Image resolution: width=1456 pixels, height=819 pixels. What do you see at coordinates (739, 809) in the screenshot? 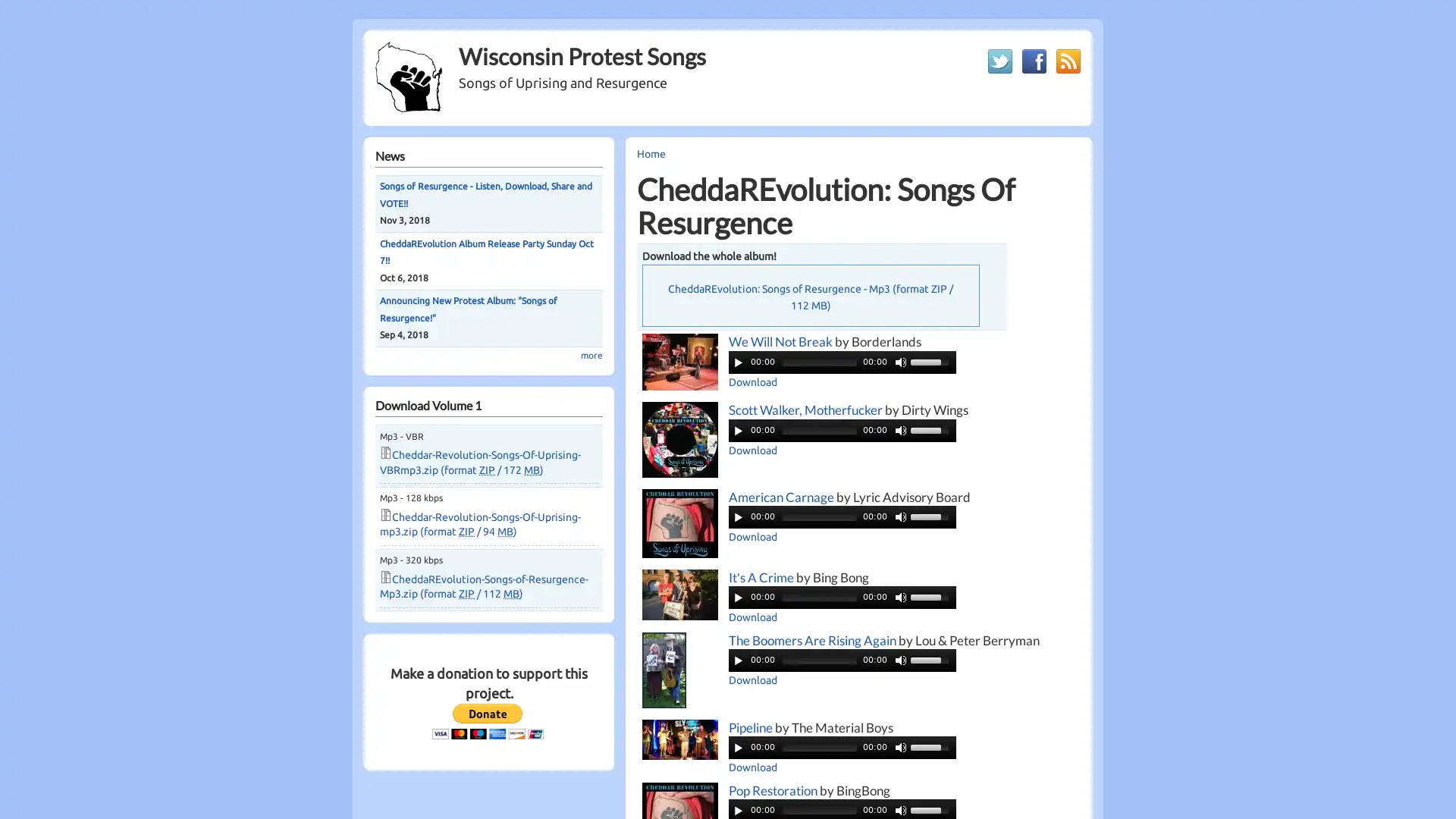
I see `Play/Pause` at bounding box center [739, 809].